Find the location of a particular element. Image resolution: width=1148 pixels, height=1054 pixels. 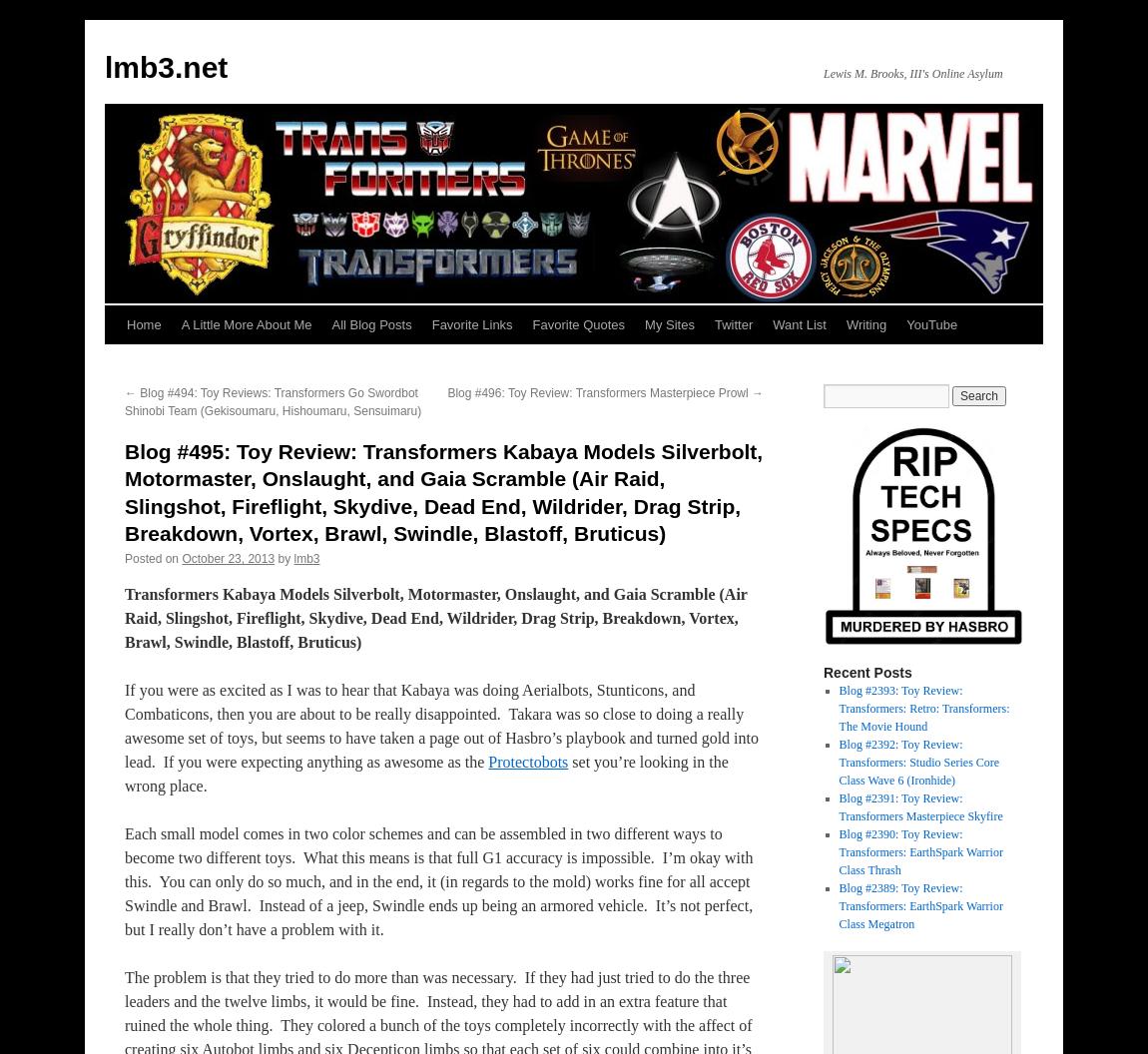

'by' is located at coordinates (283, 558).